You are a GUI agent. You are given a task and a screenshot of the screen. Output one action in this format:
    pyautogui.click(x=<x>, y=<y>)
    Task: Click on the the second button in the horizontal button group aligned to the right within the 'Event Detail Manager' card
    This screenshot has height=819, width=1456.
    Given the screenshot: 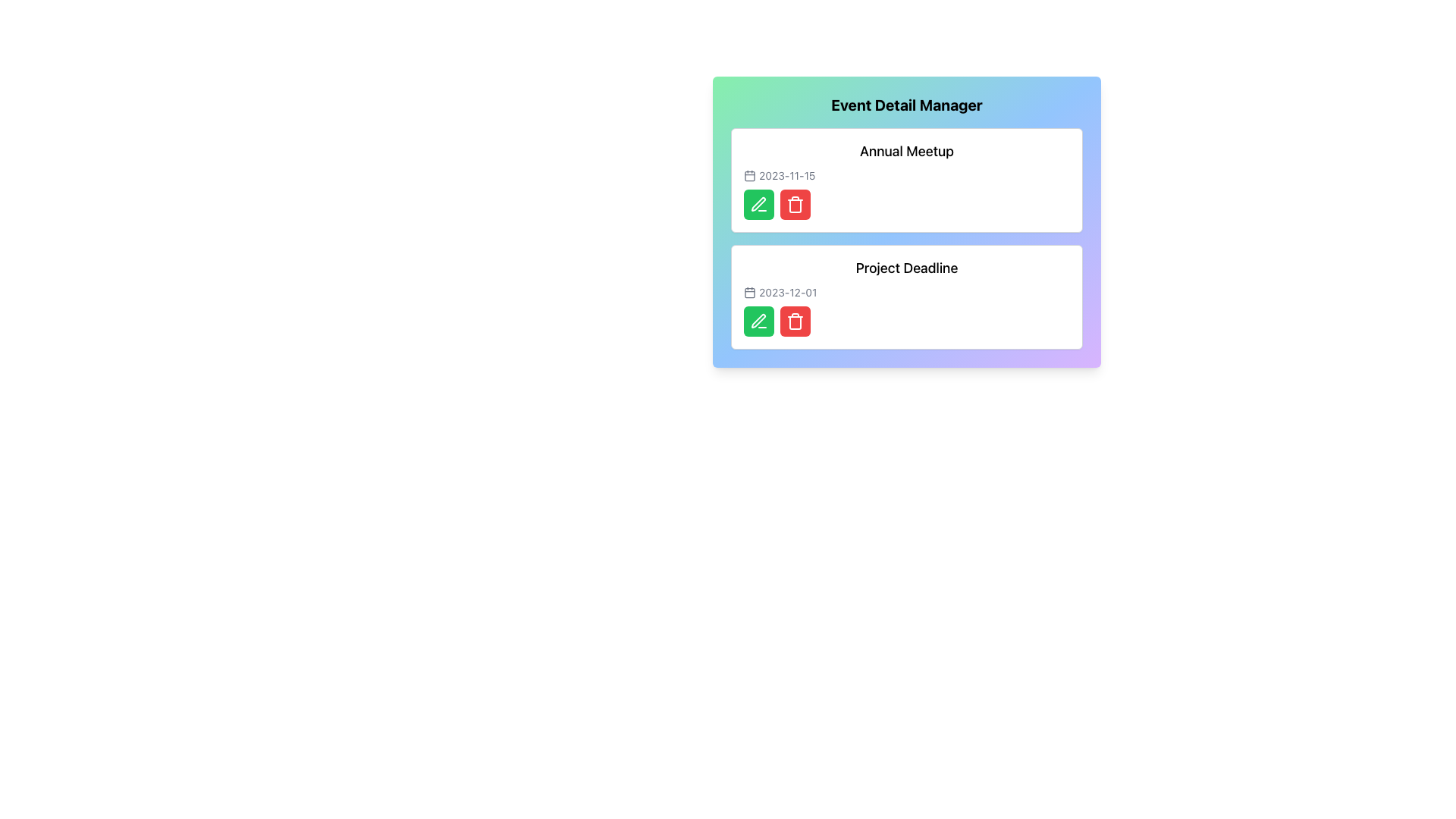 What is the action you would take?
    pyautogui.click(x=795, y=205)
    